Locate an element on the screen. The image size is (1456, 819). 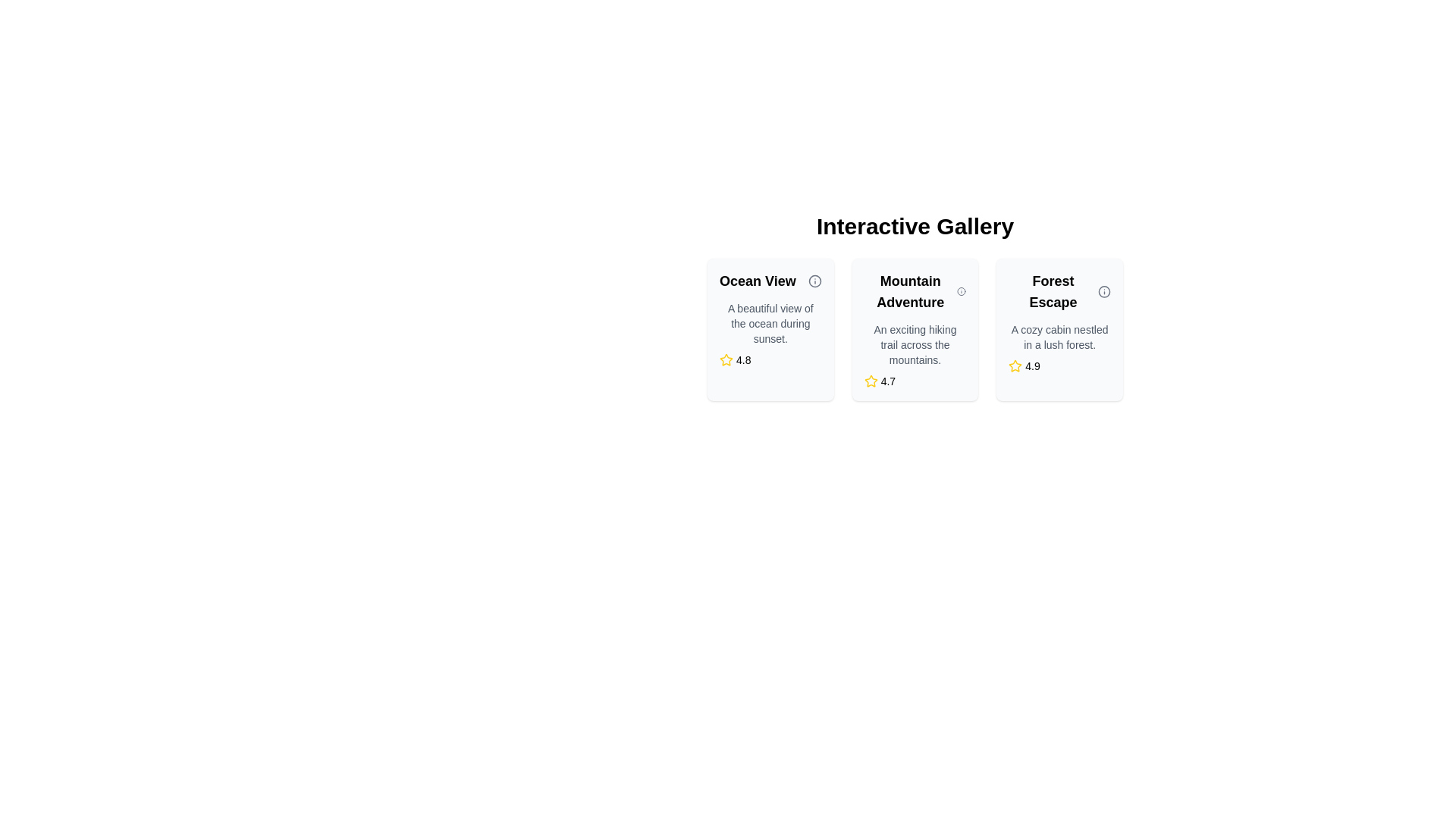
the information icon styled with a circular outline and an 'i' character, located to the right of the text 'Forest Escape' is located at coordinates (1104, 292).